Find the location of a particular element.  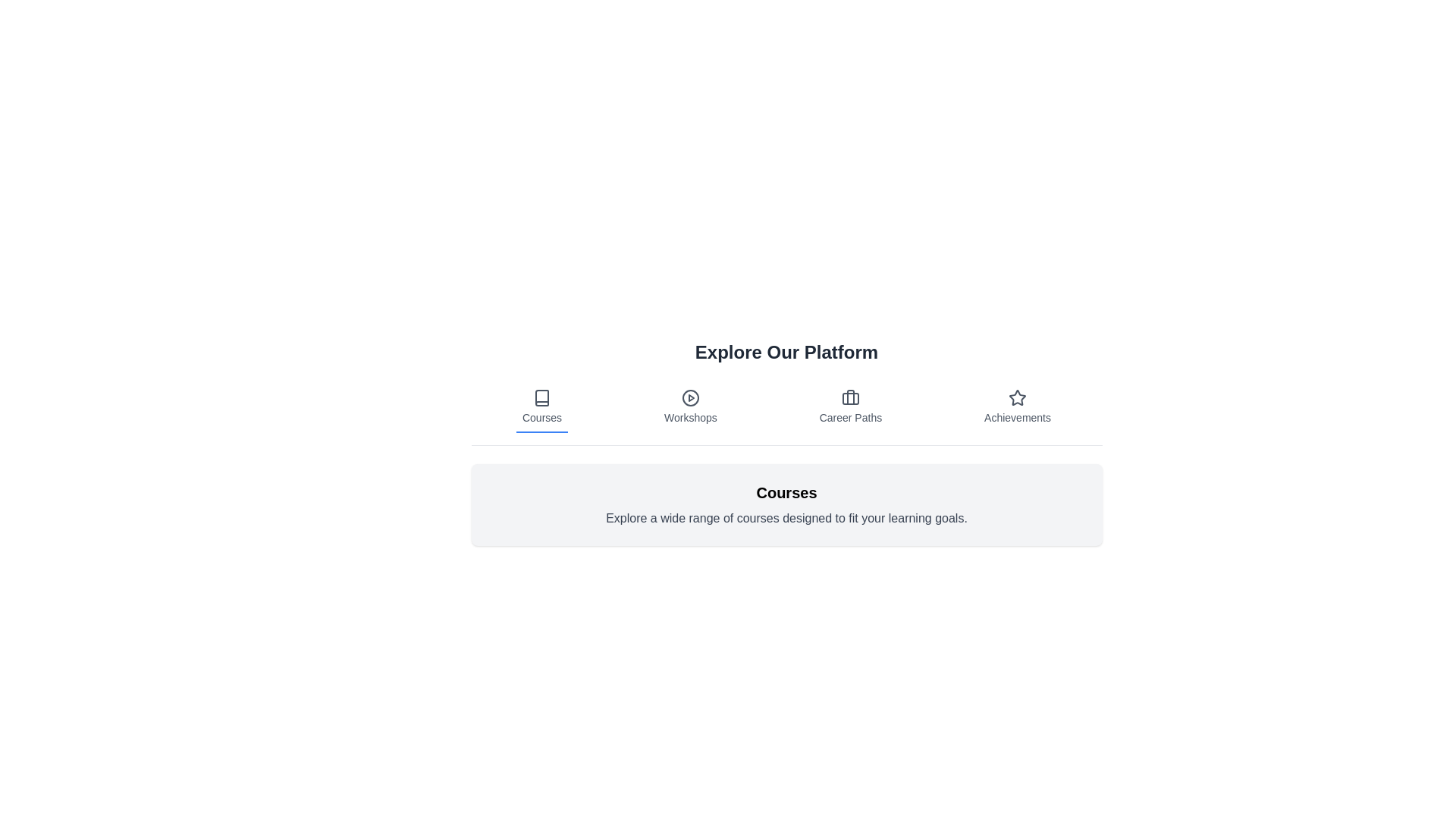

the tab corresponding to Workshops is located at coordinates (689, 406).